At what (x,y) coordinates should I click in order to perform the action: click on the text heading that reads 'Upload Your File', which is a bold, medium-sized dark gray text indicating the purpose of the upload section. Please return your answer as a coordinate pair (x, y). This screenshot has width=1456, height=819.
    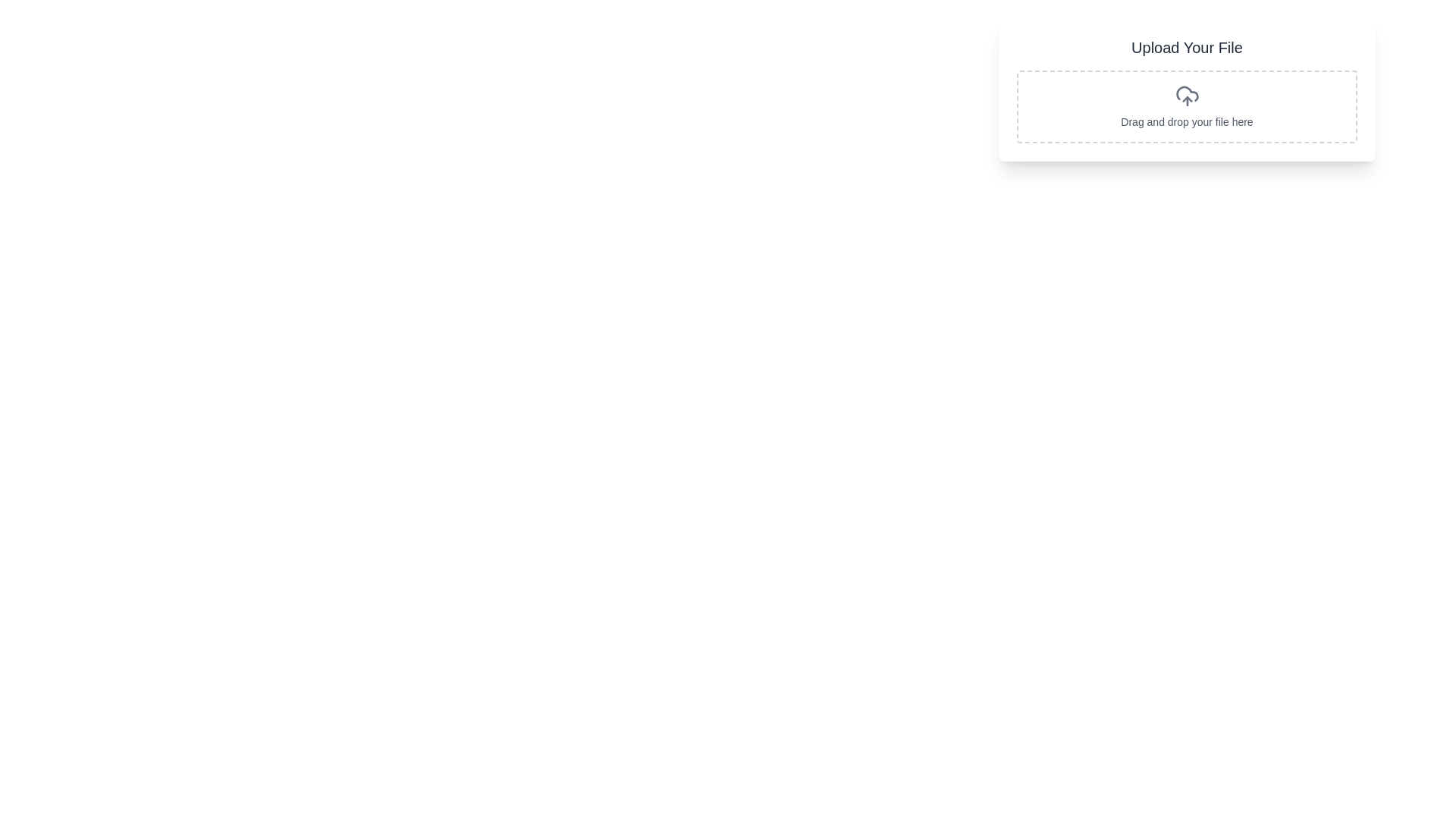
    Looking at the image, I should click on (1186, 46).